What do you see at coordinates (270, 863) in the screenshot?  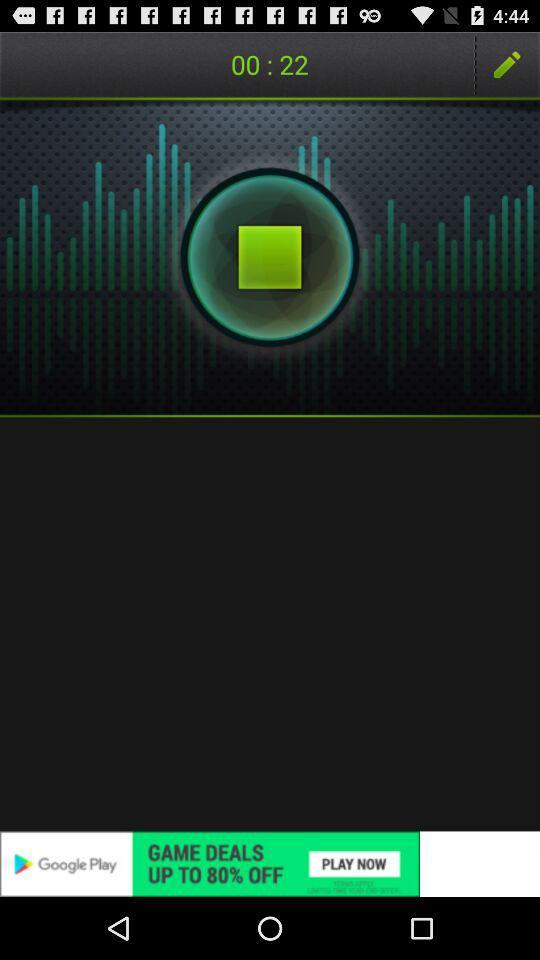 I see `the icon at the bottom` at bounding box center [270, 863].